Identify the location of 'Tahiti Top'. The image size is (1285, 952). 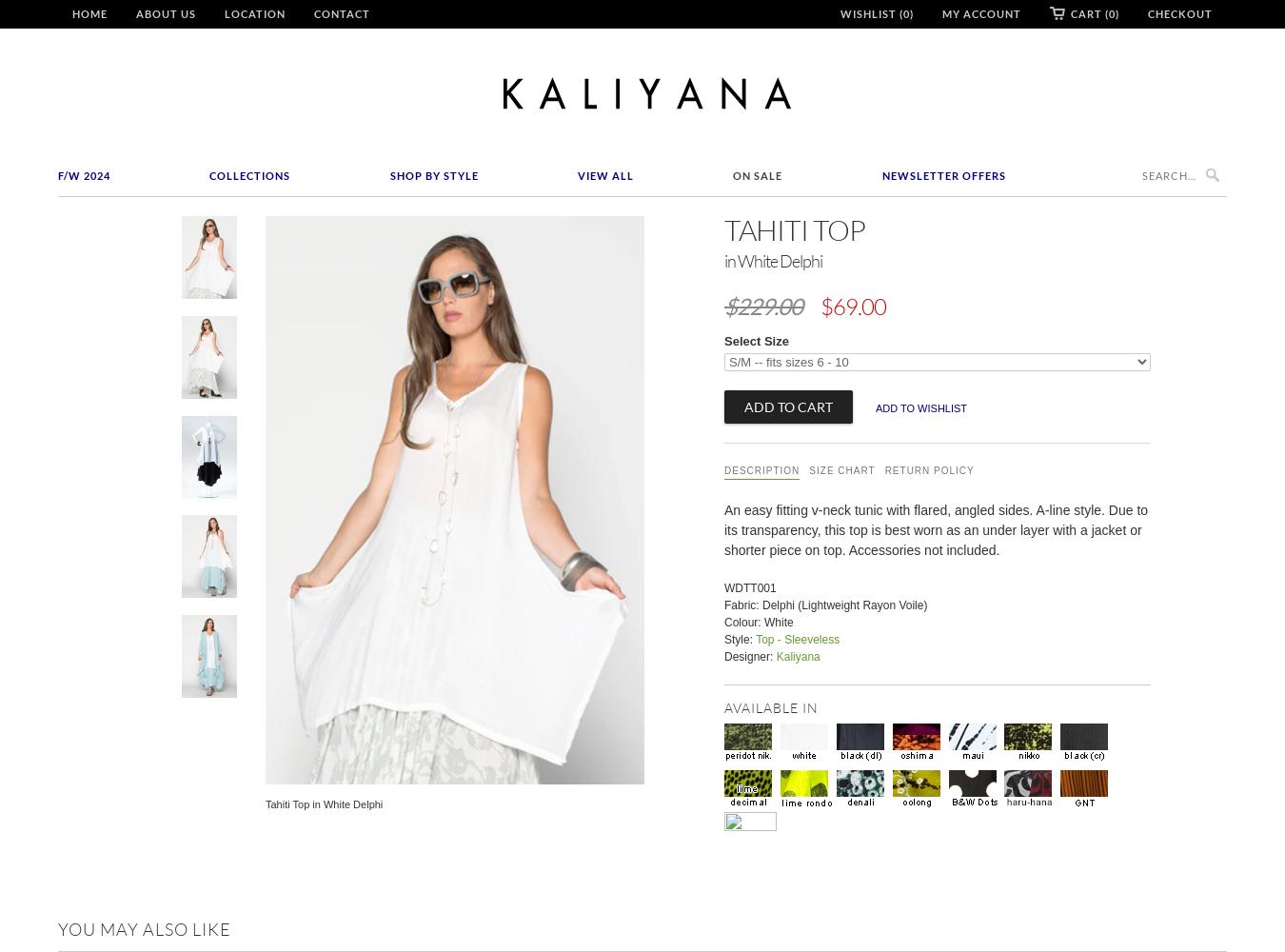
(722, 228).